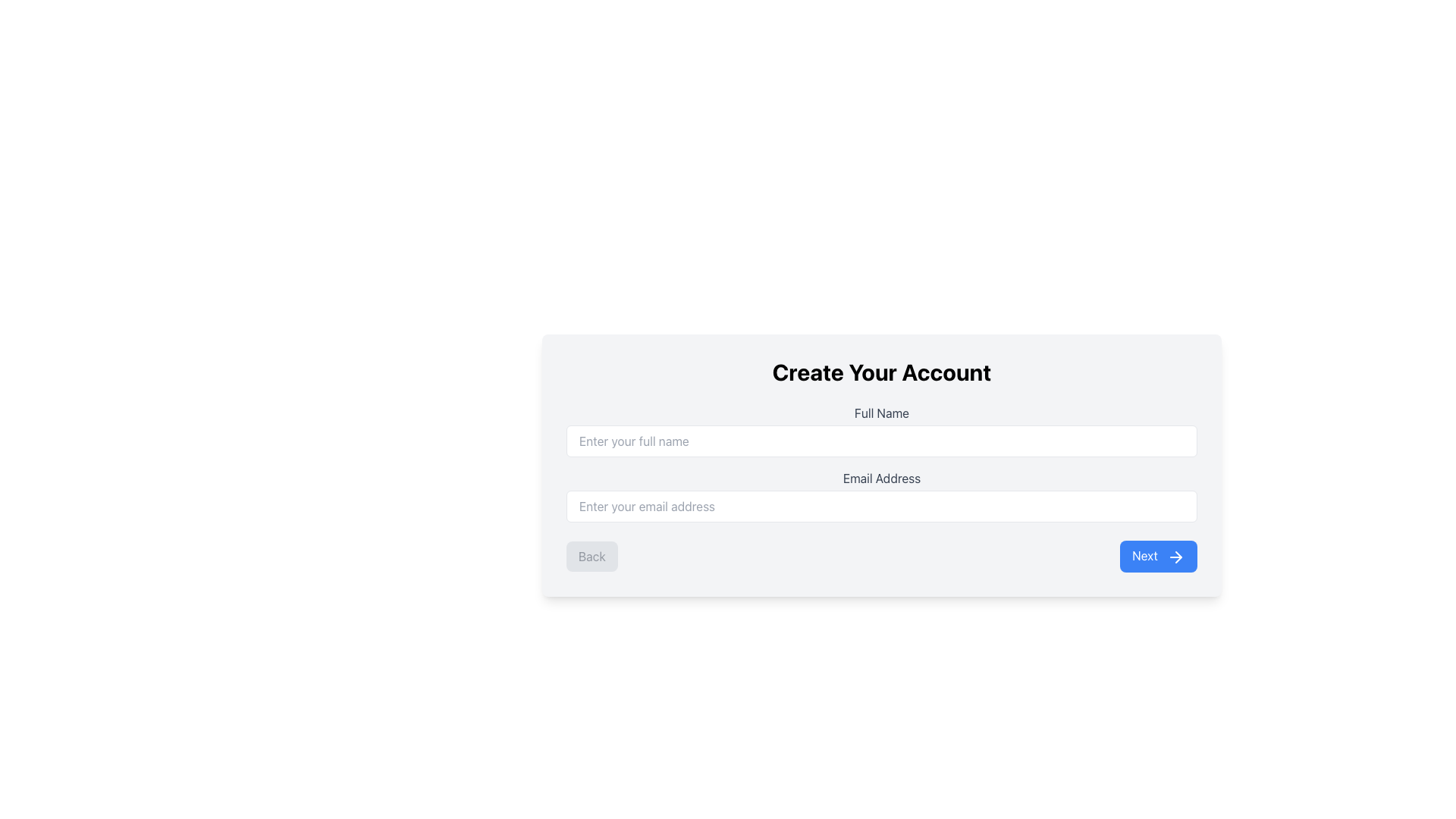 The image size is (1456, 819). I want to click on the static text label 'Full Name' which is styled with a gray font and positioned above the input field labeled 'Enter your full name' in the account creation form, so click(881, 413).